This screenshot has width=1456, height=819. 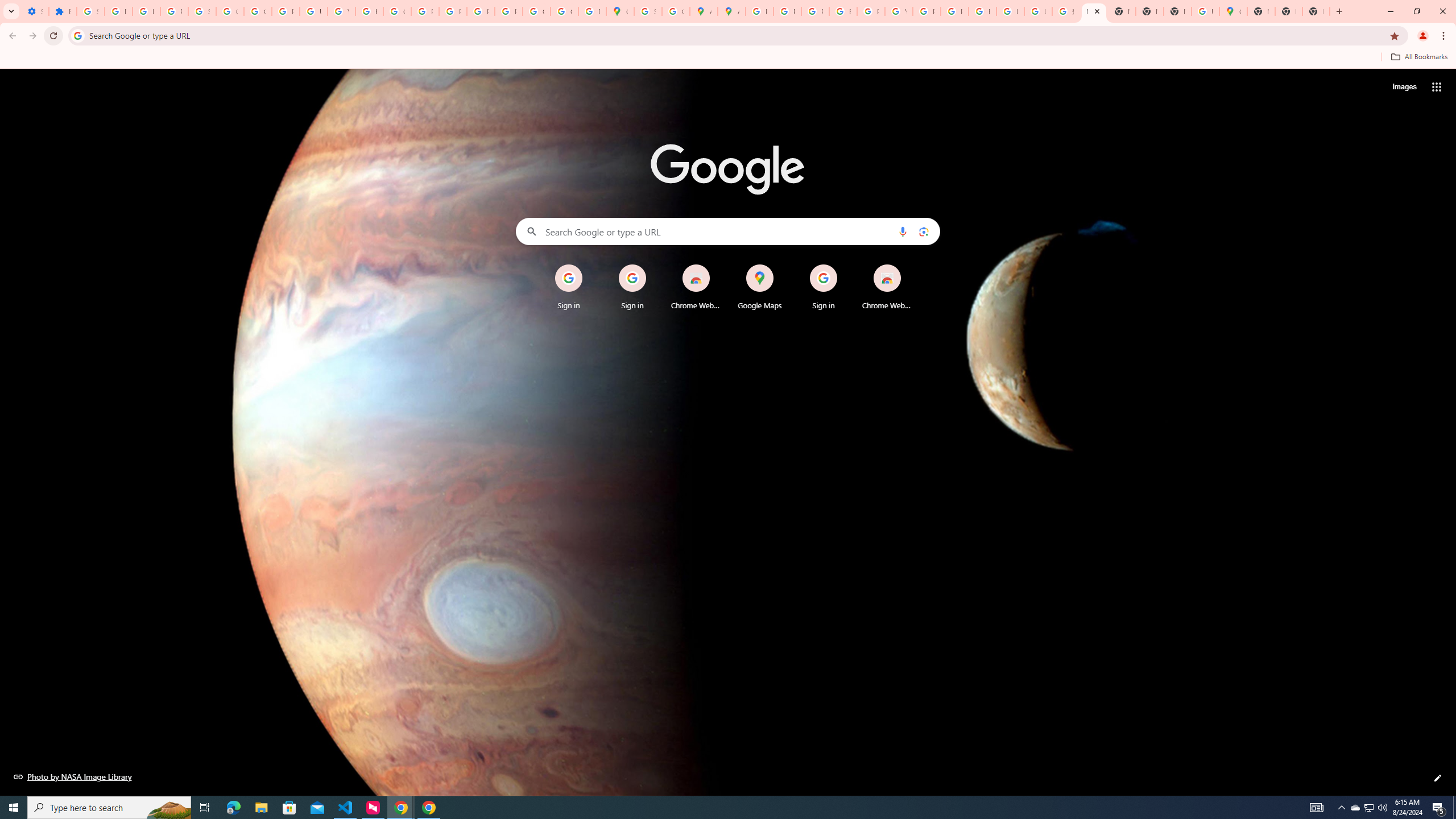 I want to click on 'New Tab', so click(x=1316, y=11).